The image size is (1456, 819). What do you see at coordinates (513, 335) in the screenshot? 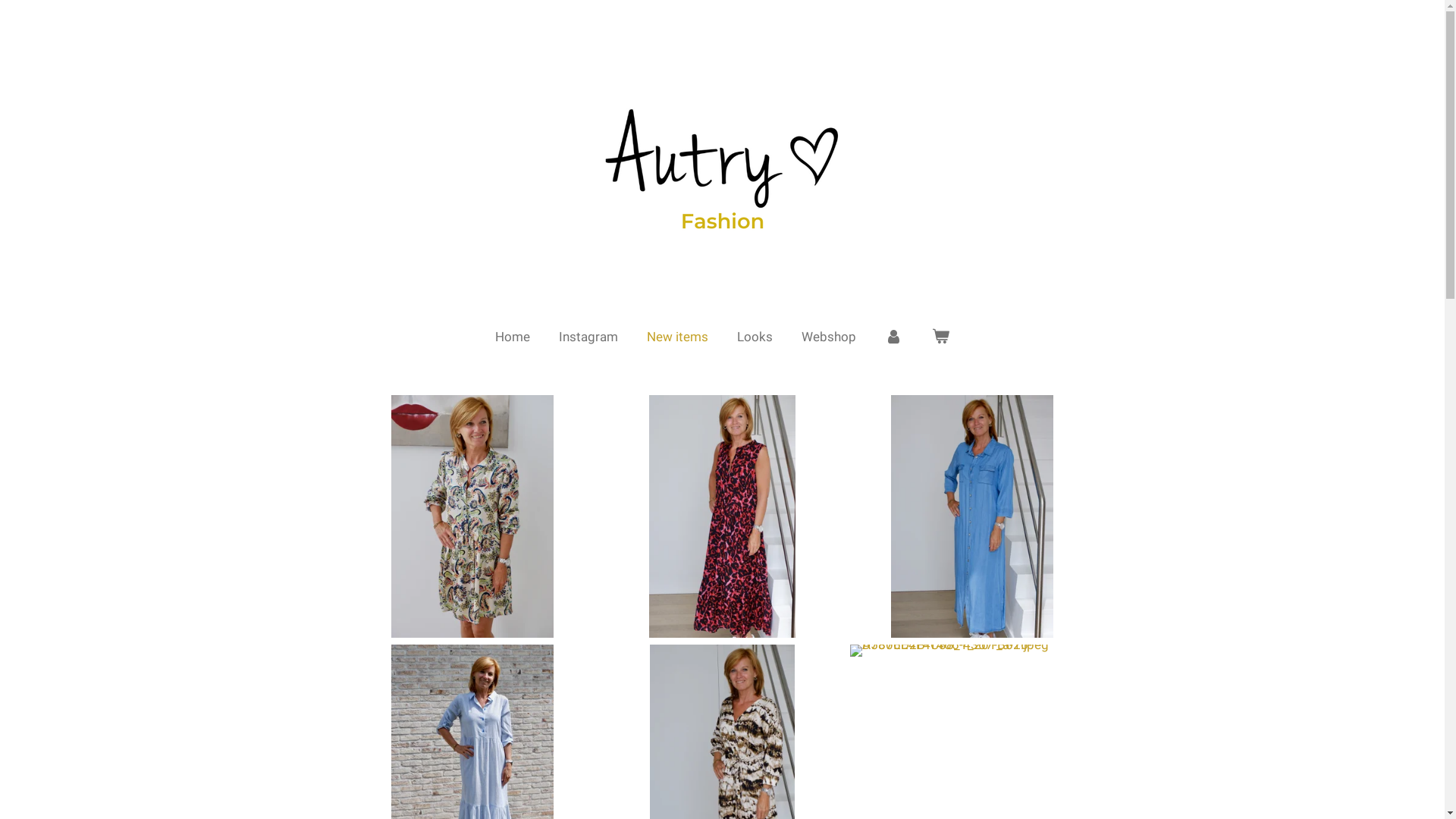
I see `'Home'` at bounding box center [513, 335].